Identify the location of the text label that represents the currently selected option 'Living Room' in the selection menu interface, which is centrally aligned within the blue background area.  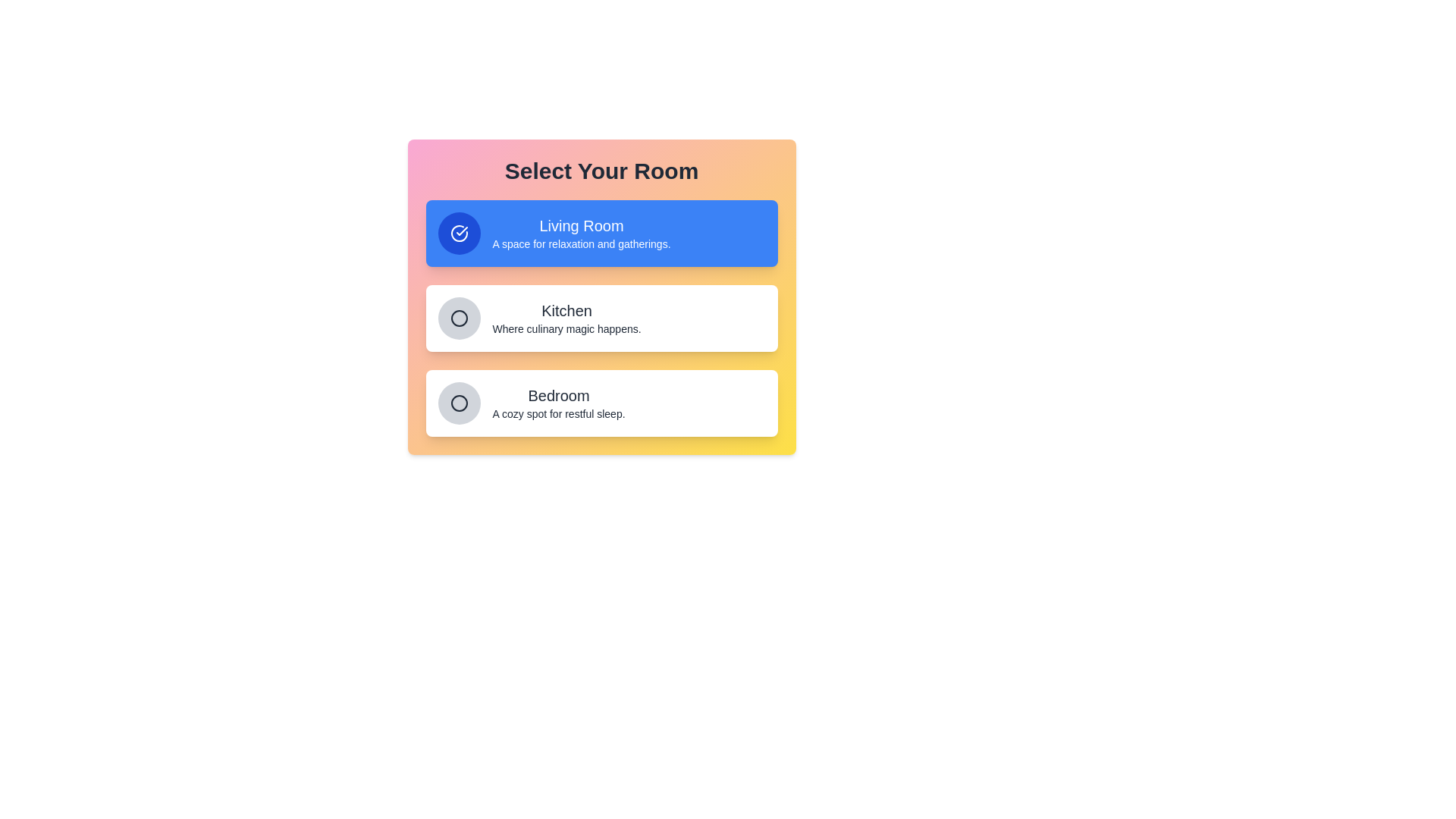
(581, 225).